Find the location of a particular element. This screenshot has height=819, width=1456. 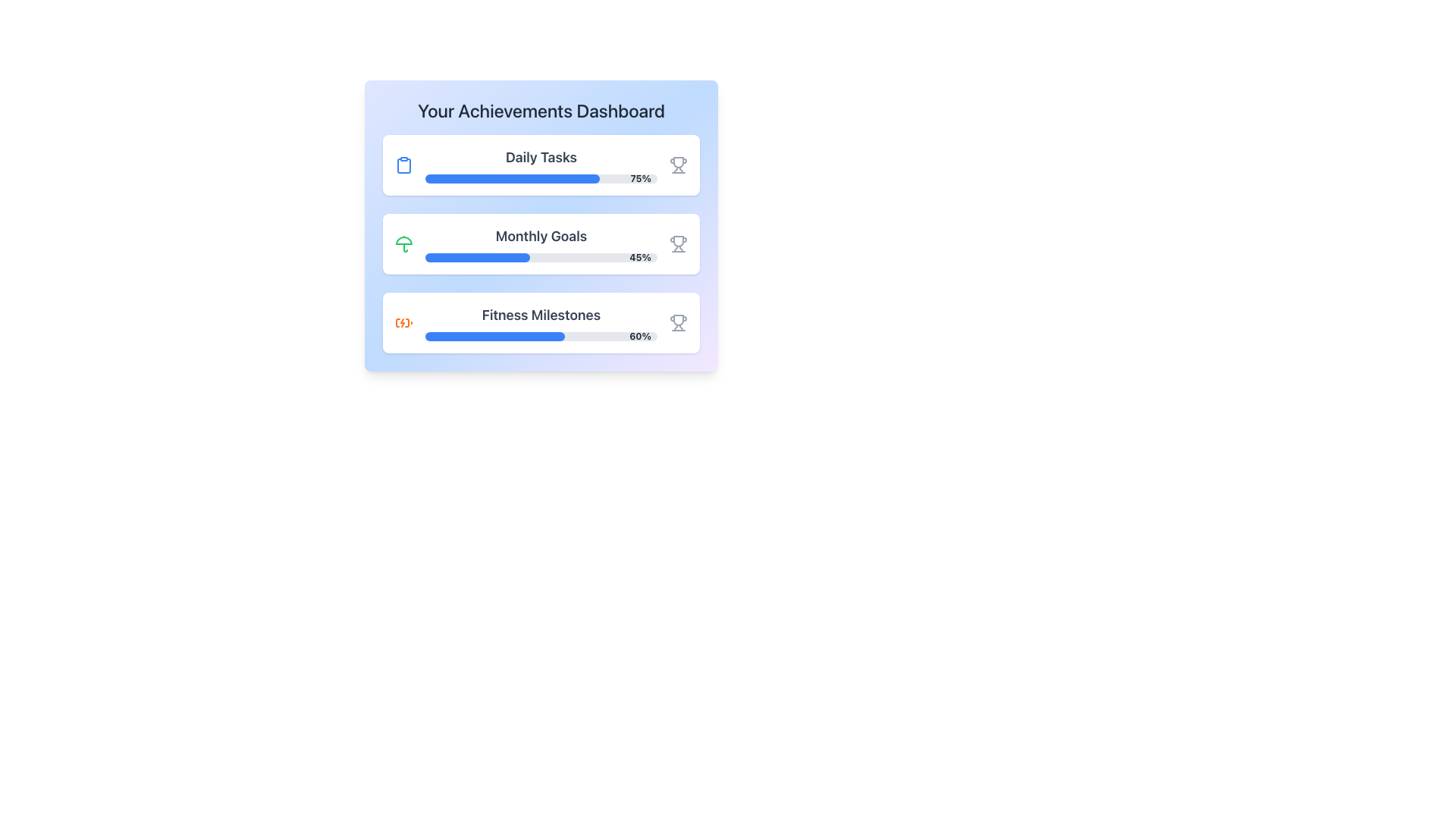

the text label displaying the percentage value of the completion of the task or goal represented by the 'Daily Tasks' progress bar is located at coordinates (644, 177).